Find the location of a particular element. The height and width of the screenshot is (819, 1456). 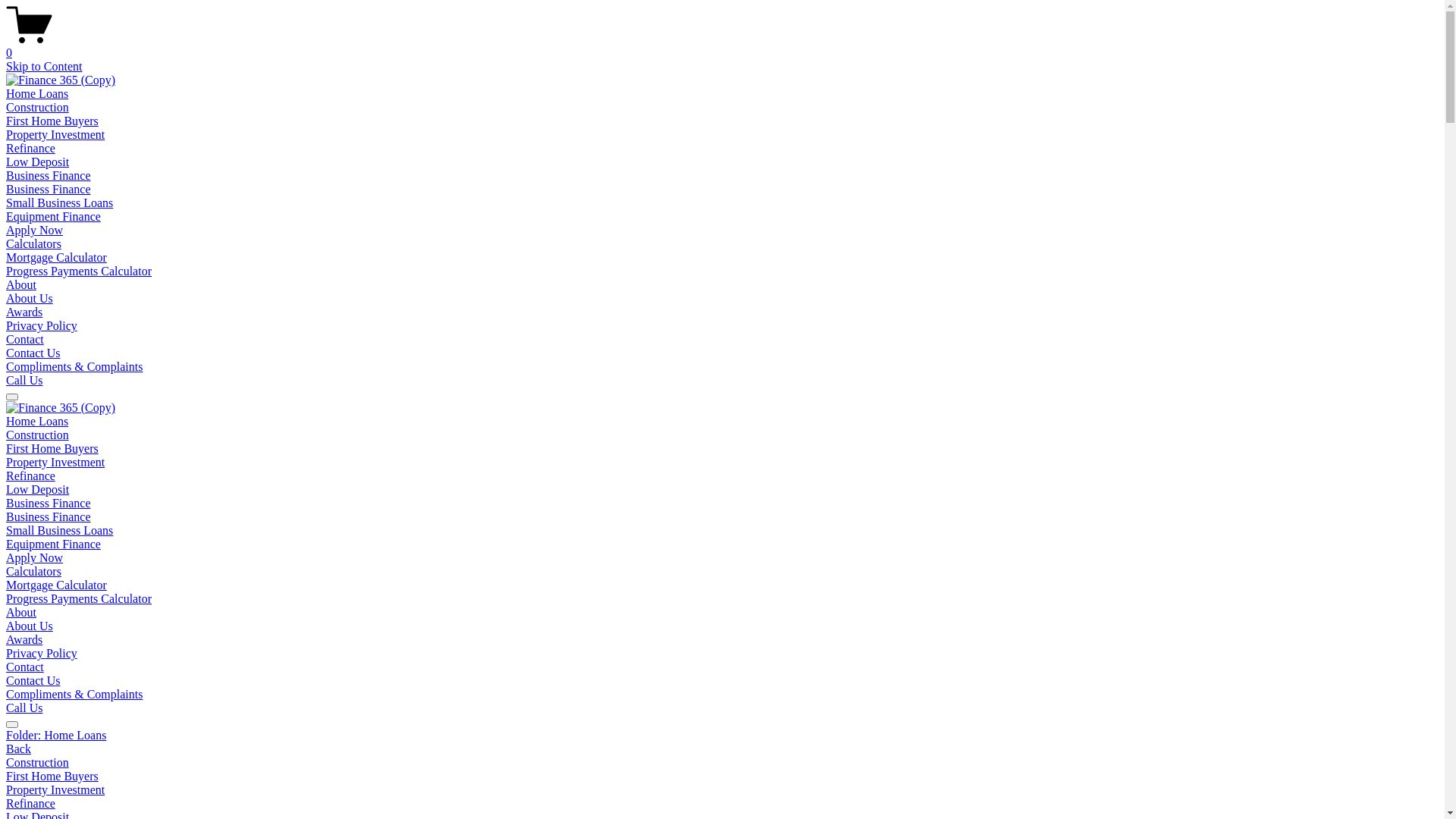

'Call Us' is located at coordinates (24, 379).